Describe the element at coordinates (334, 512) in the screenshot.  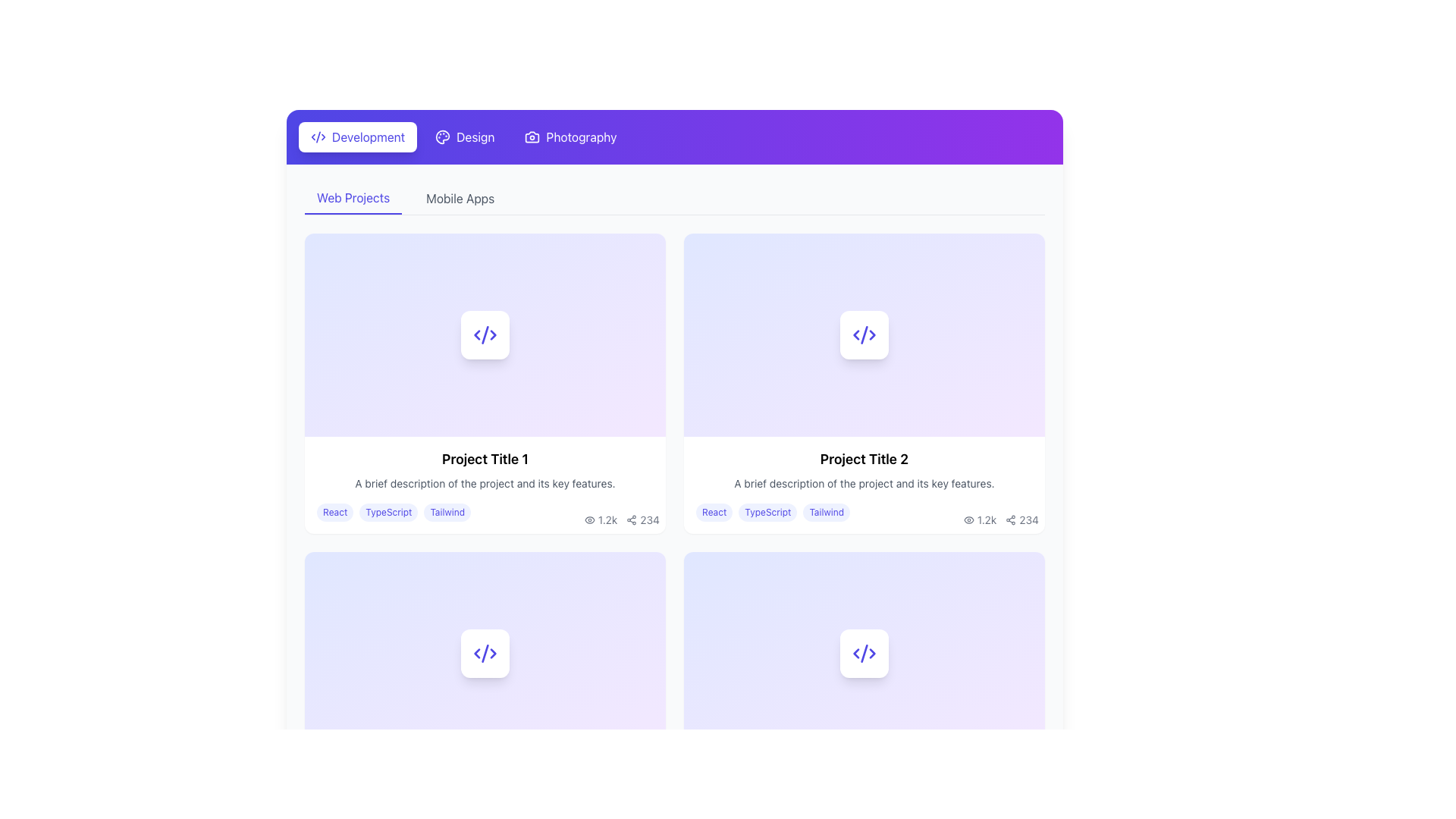
I see `the styling of the leftmost label tag associated with 'Project Title 1', which provides context about the project` at that location.